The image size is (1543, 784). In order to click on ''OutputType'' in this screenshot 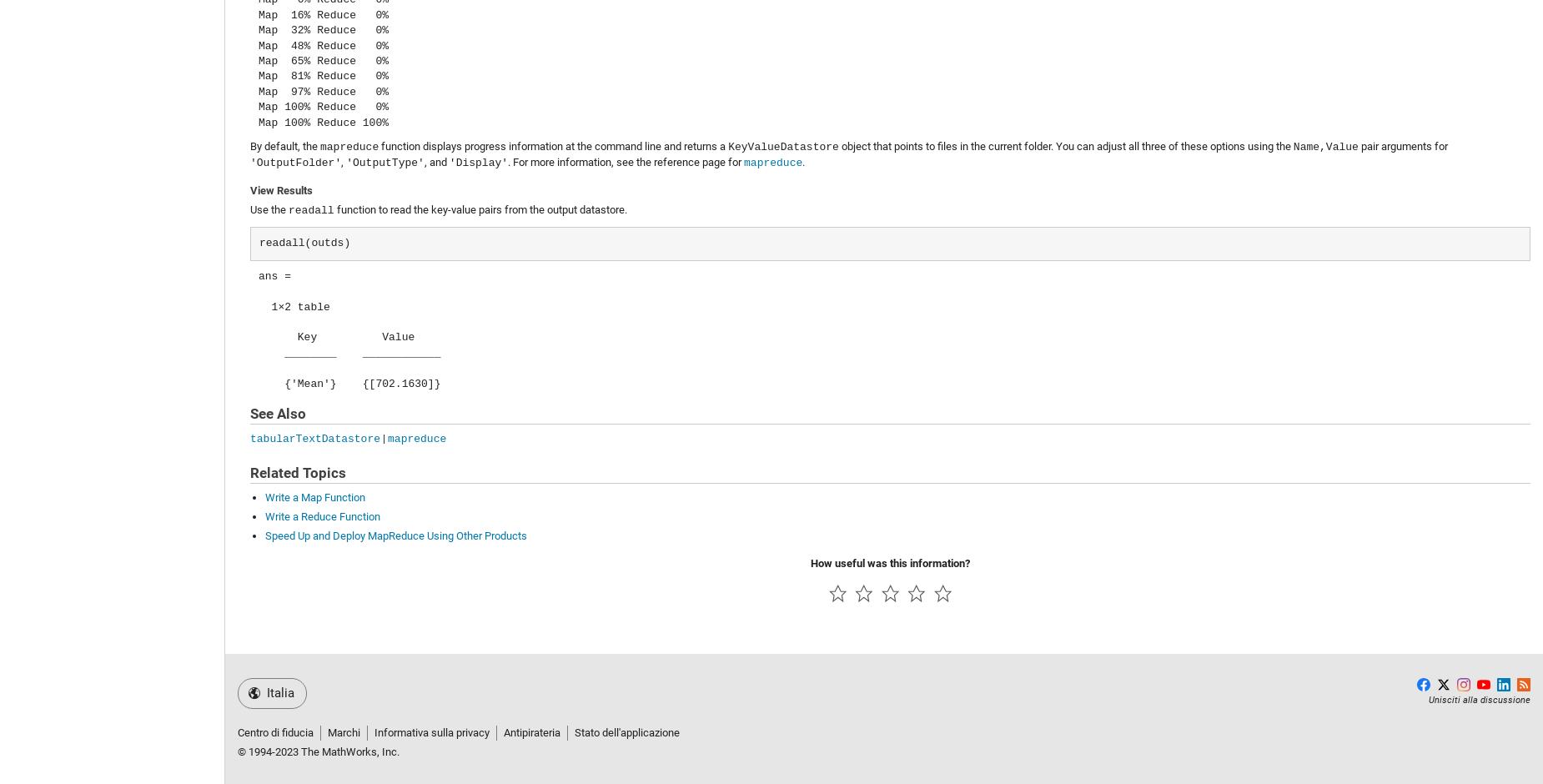, I will do `click(344, 163)`.